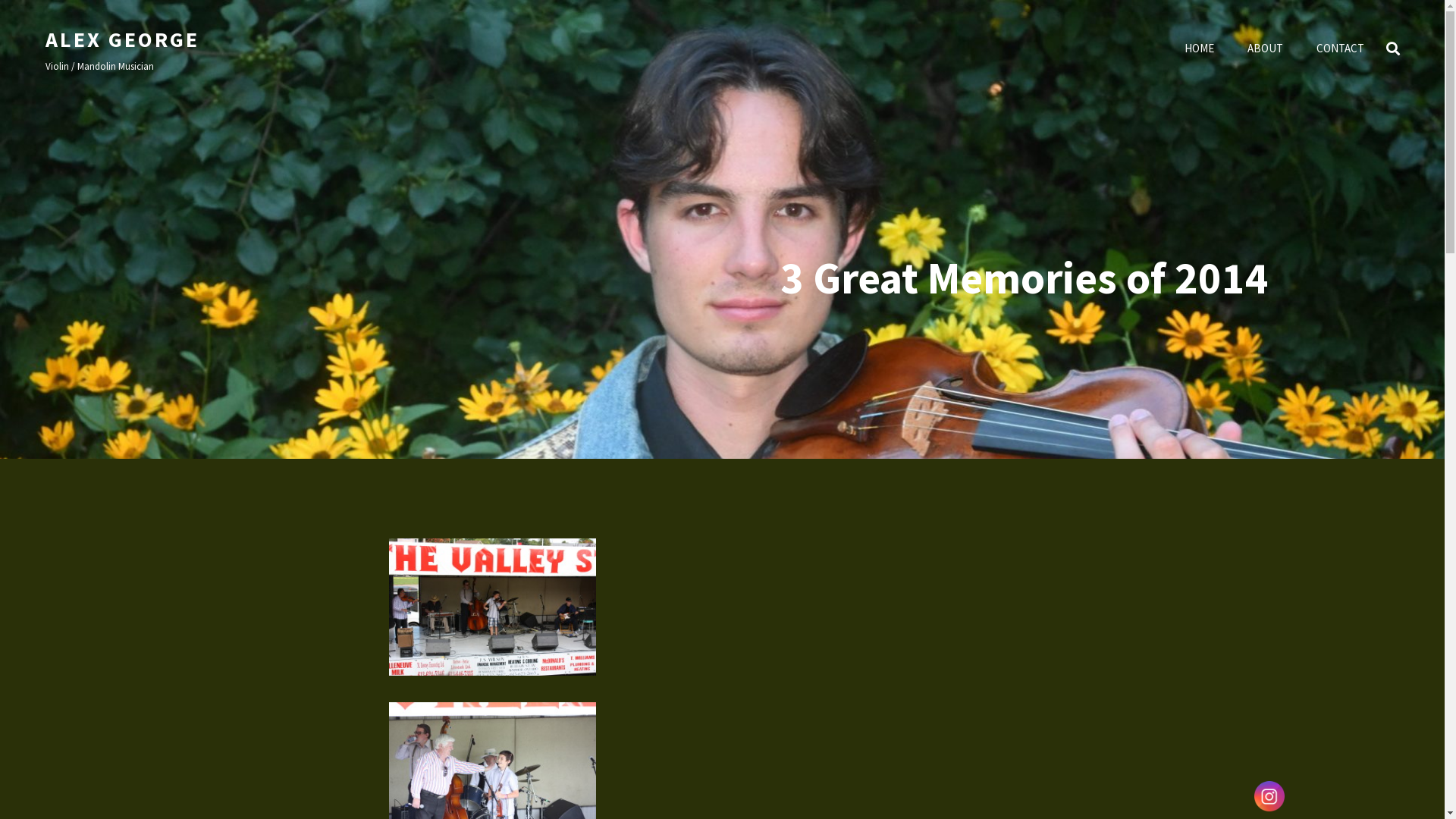 The width and height of the screenshot is (1456, 819). I want to click on 'Instagram', so click(1269, 795).